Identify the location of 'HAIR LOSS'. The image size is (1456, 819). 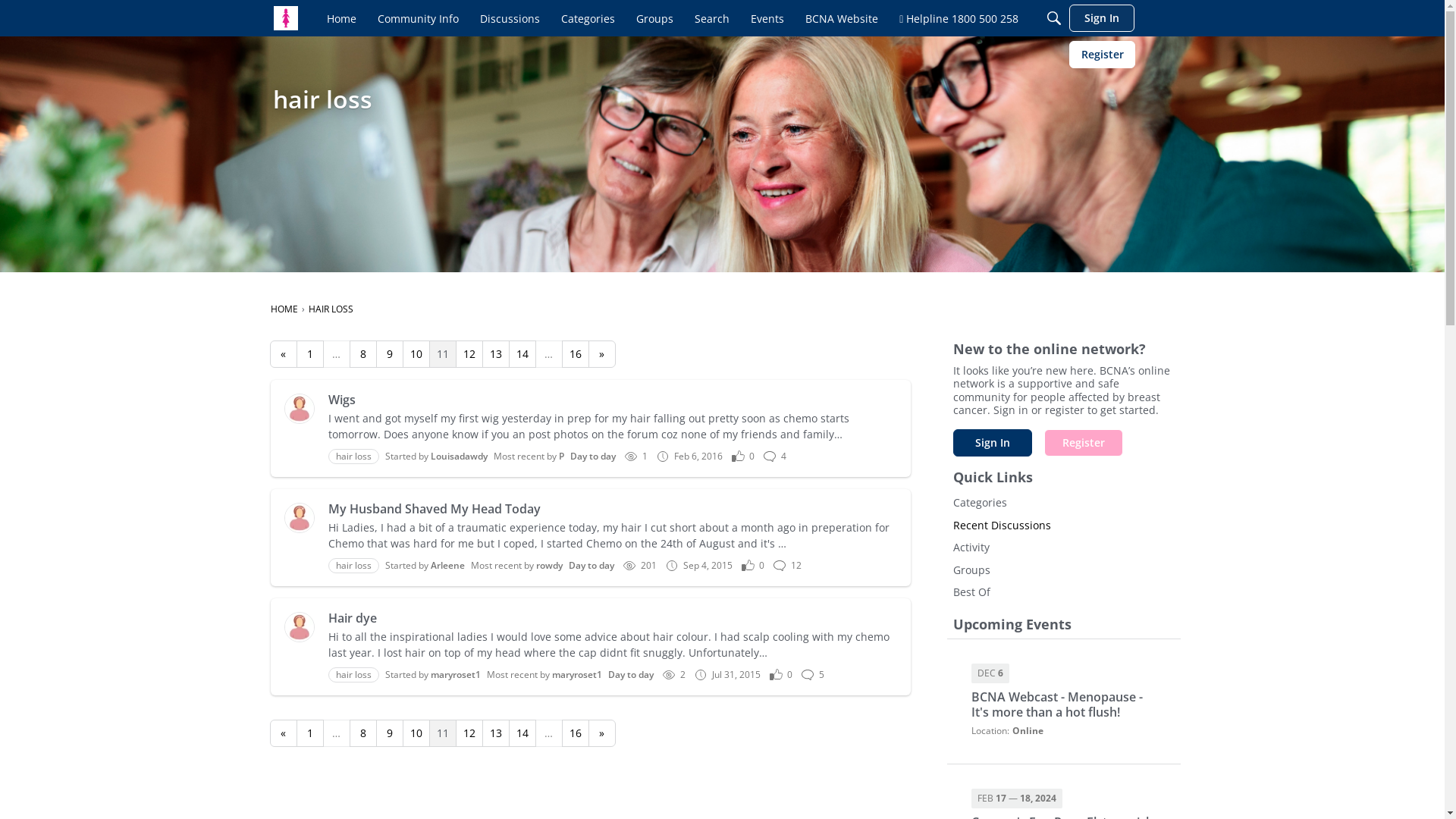
(330, 308).